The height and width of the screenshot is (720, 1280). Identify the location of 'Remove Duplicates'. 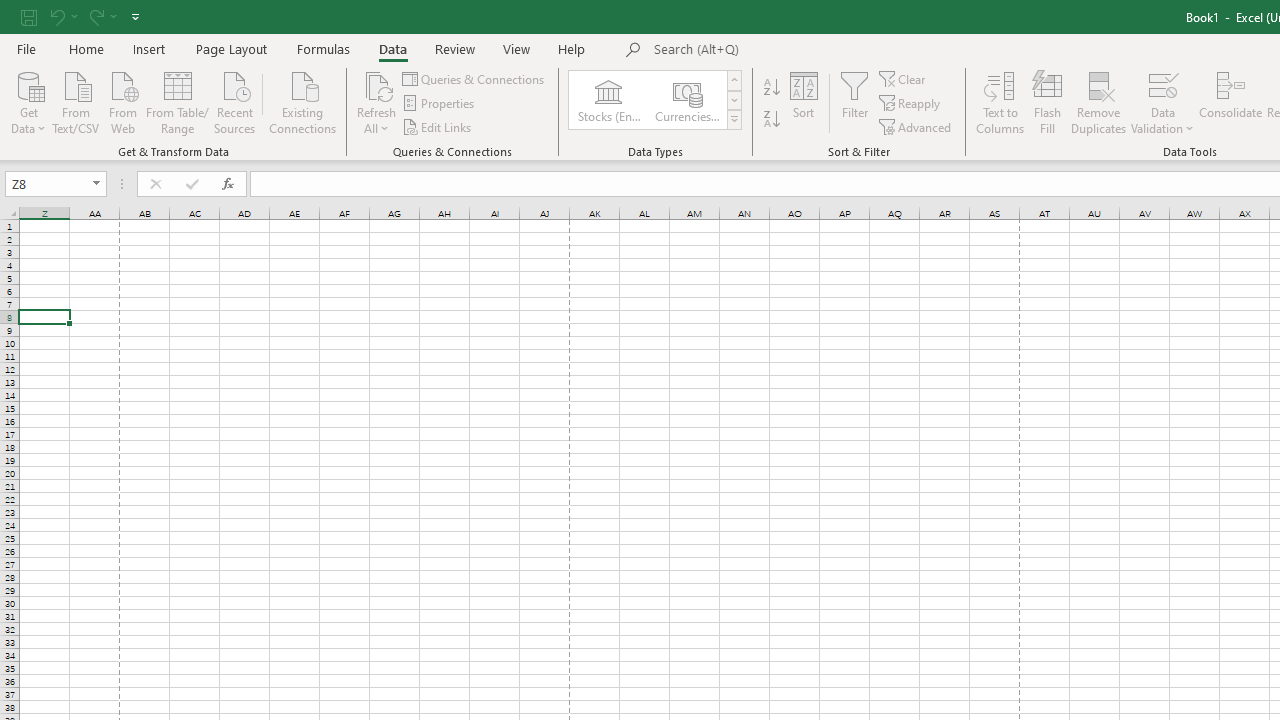
(1097, 103).